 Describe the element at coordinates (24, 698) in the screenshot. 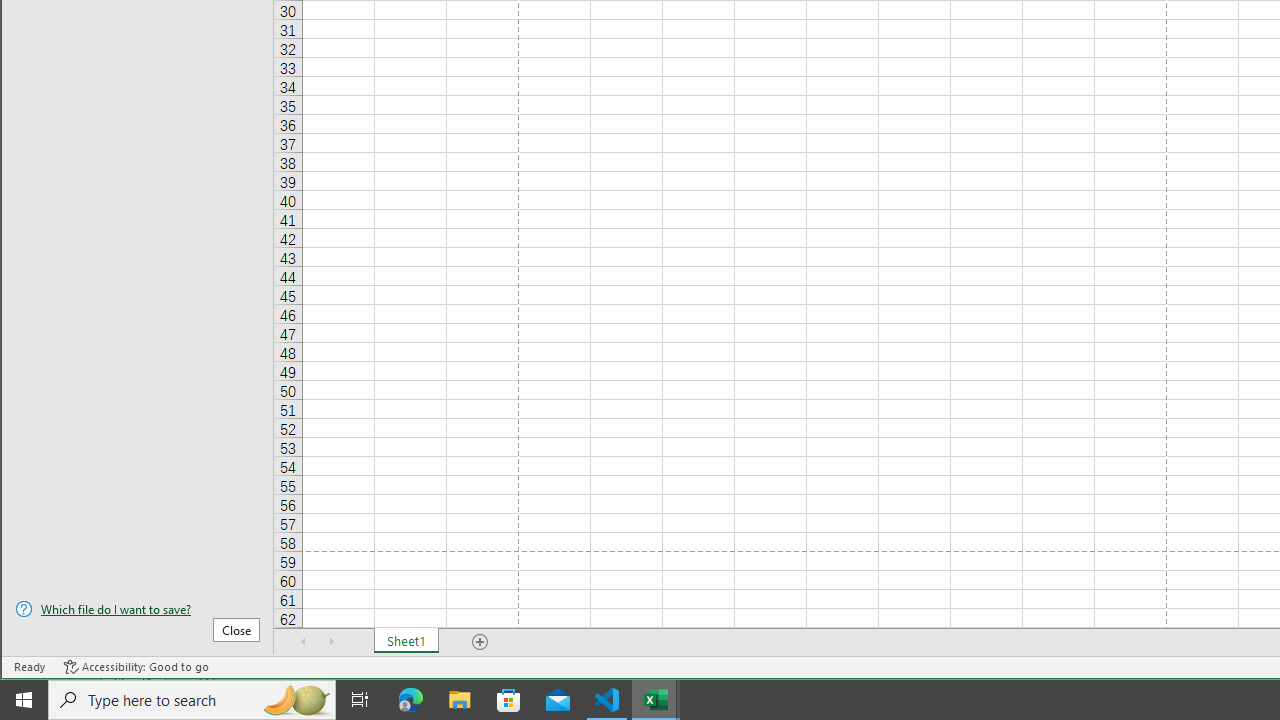

I see `'Start'` at that location.